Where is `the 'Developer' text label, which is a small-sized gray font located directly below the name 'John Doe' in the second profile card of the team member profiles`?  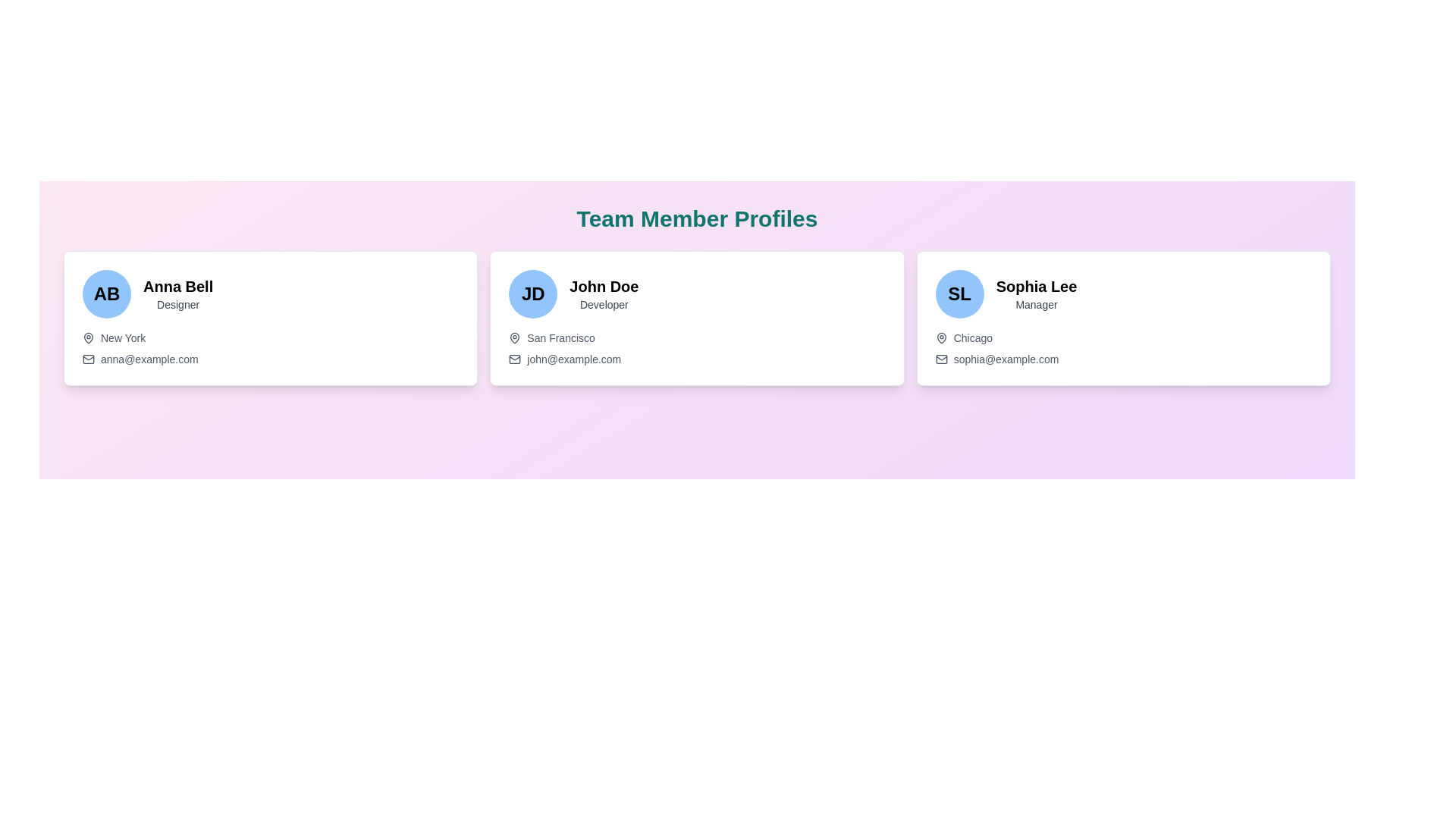 the 'Developer' text label, which is a small-sized gray font located directly below the name 'John Doe' in the second profile card of the team member profiles is located at coordinates (603, 304).